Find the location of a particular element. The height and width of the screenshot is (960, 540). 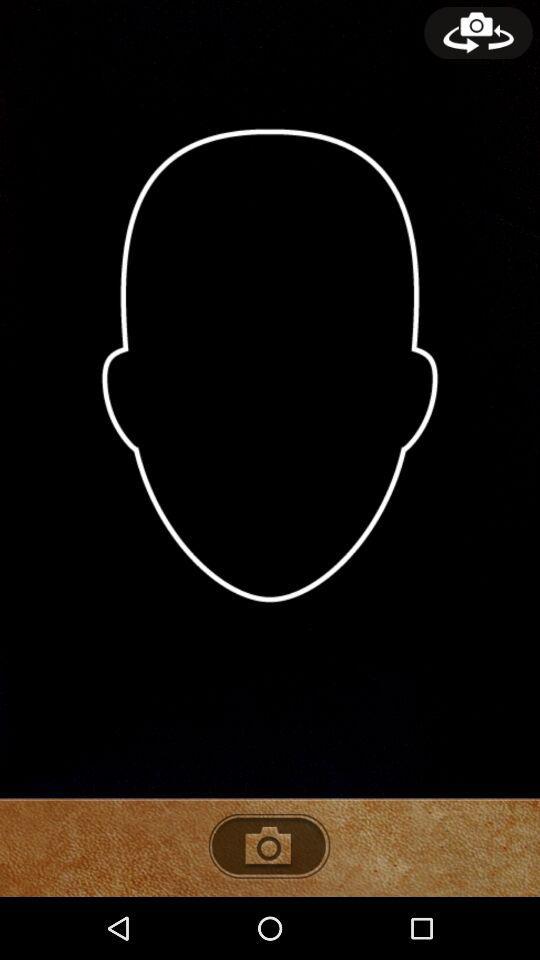

camera rotate icon is located at coordinates (477, 32).